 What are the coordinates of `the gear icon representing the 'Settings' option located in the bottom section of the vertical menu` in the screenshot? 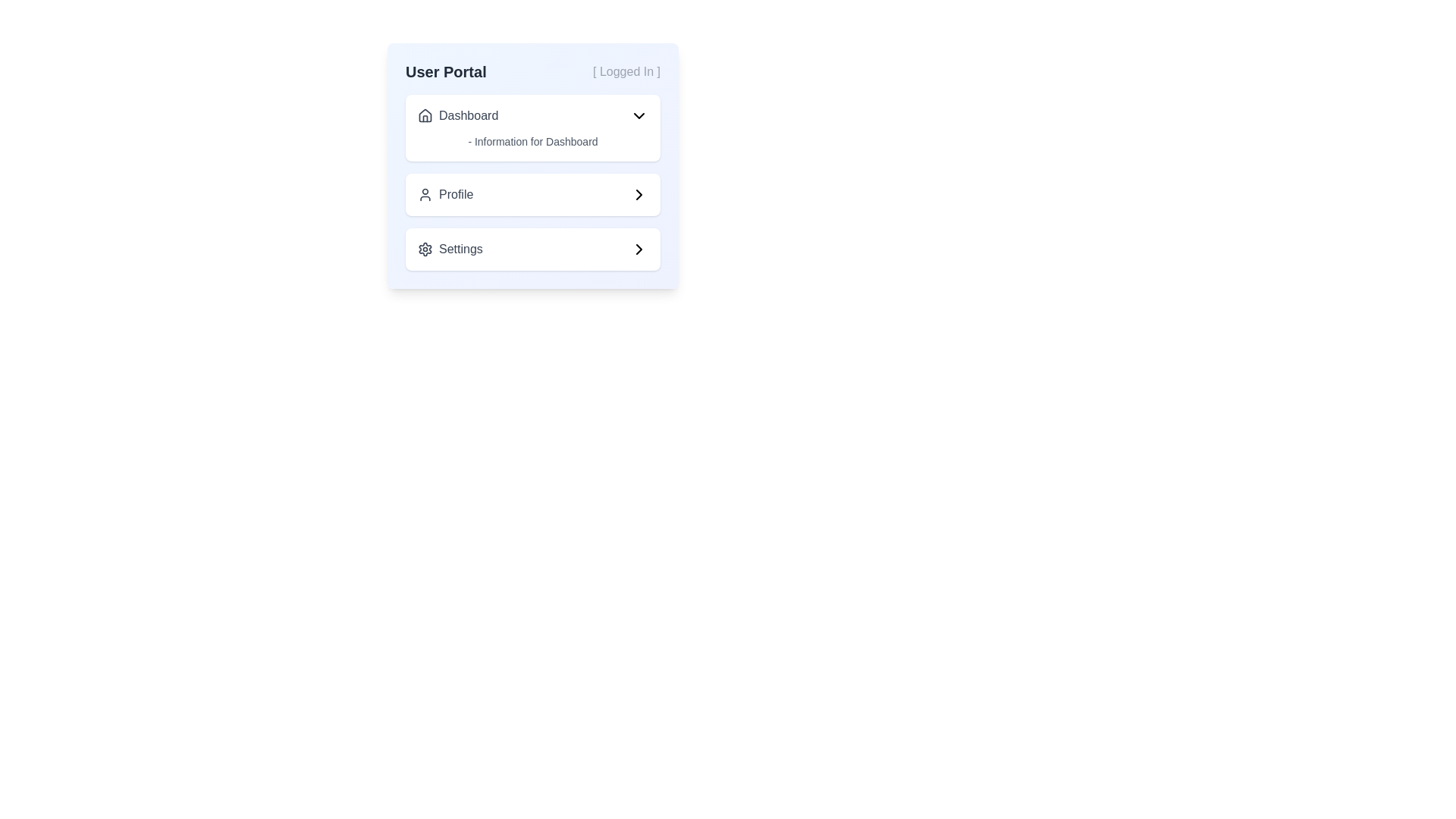 It's located at (425, 248).